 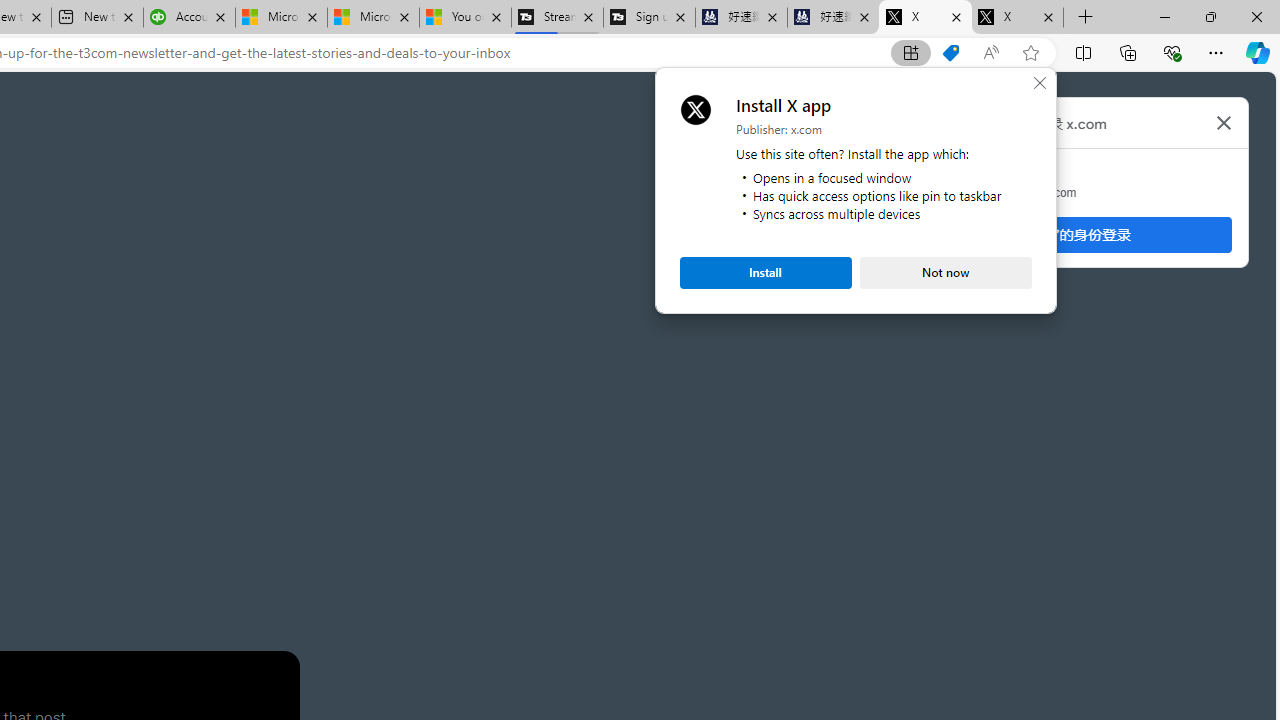 I want to click on 'Install', so click(x=765, y=272).